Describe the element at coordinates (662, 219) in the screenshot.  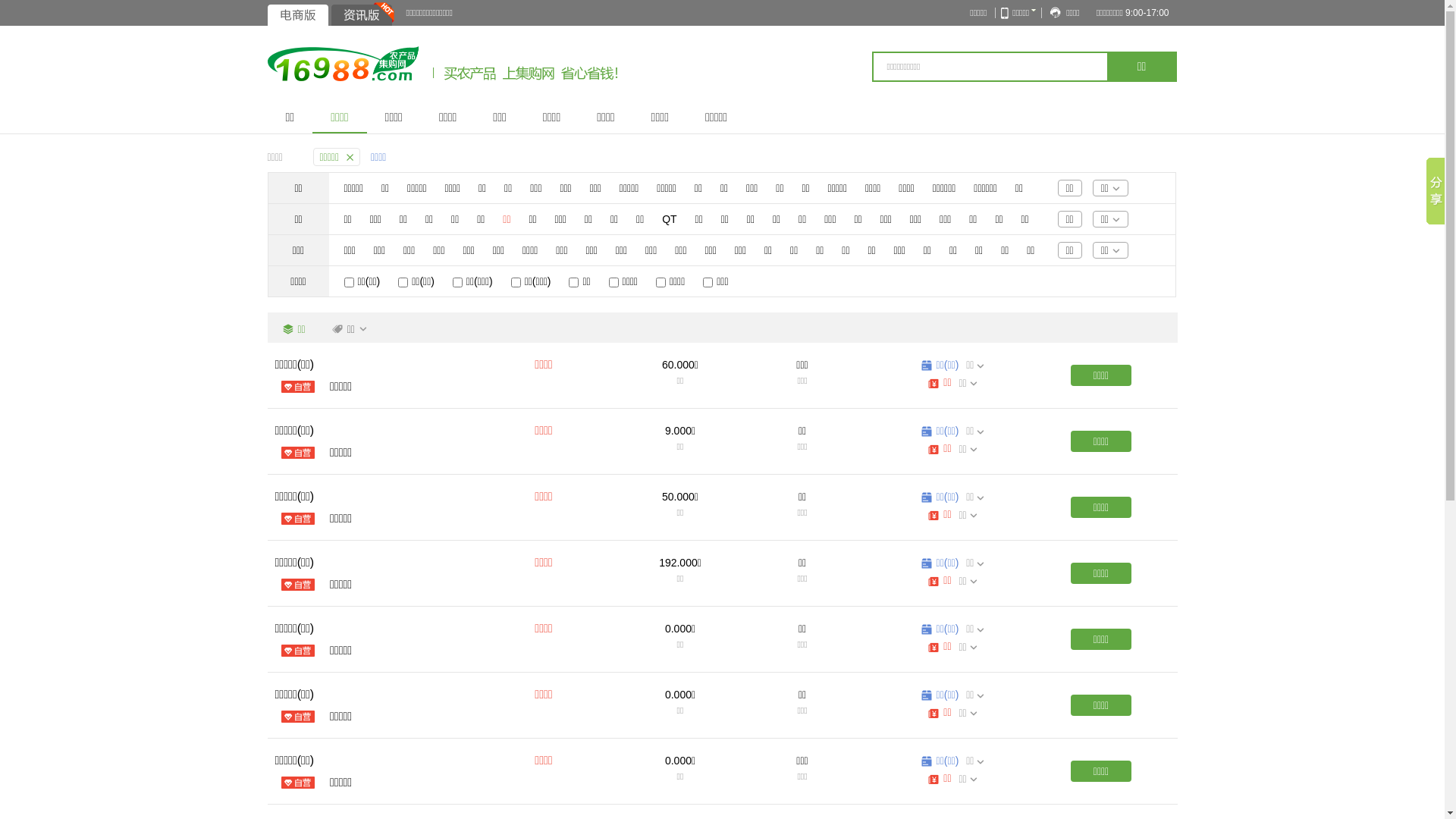
I see `'QT'` at that location.